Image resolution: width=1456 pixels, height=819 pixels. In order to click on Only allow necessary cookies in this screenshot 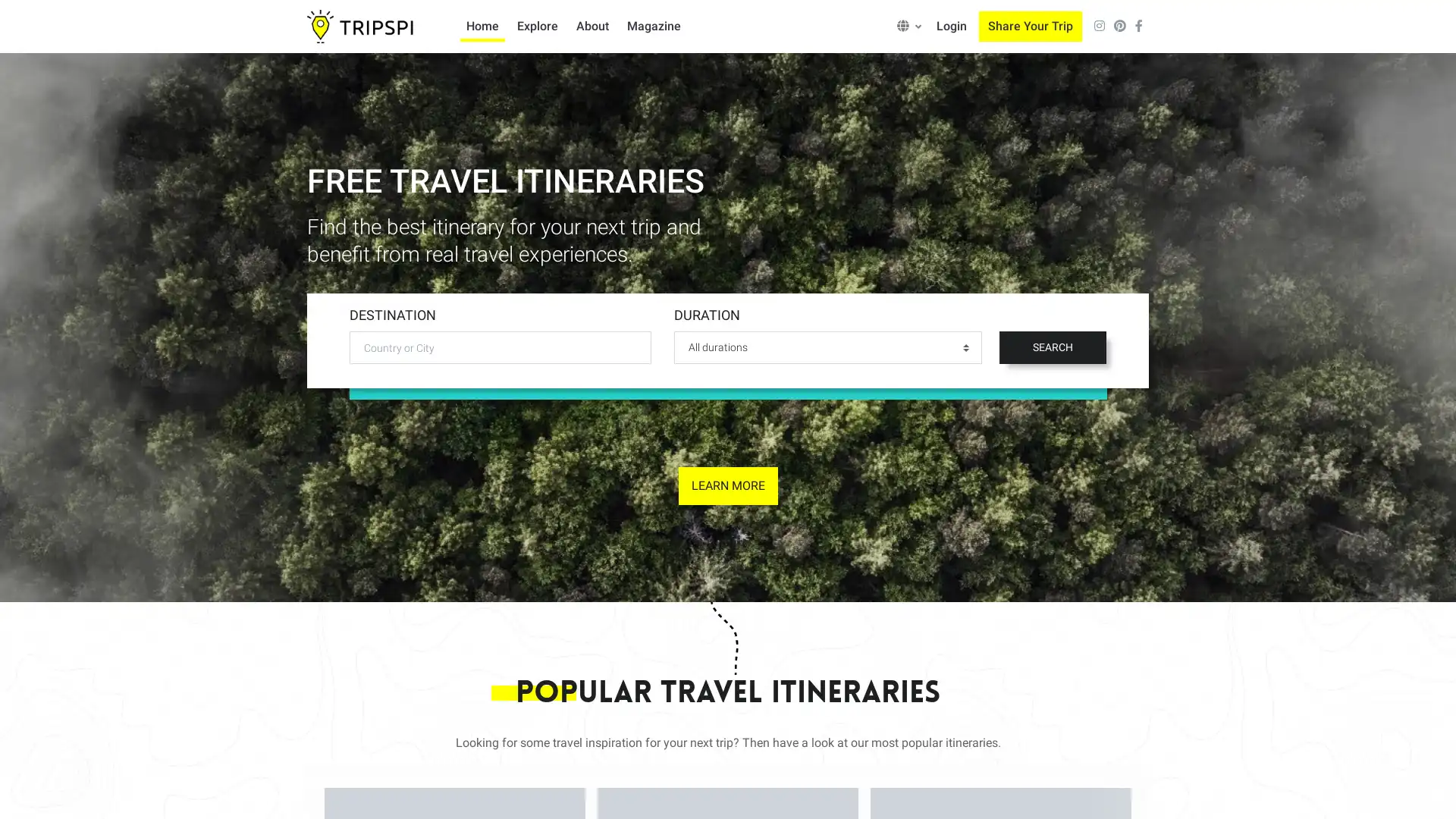, I will do `click(510, 748)`.